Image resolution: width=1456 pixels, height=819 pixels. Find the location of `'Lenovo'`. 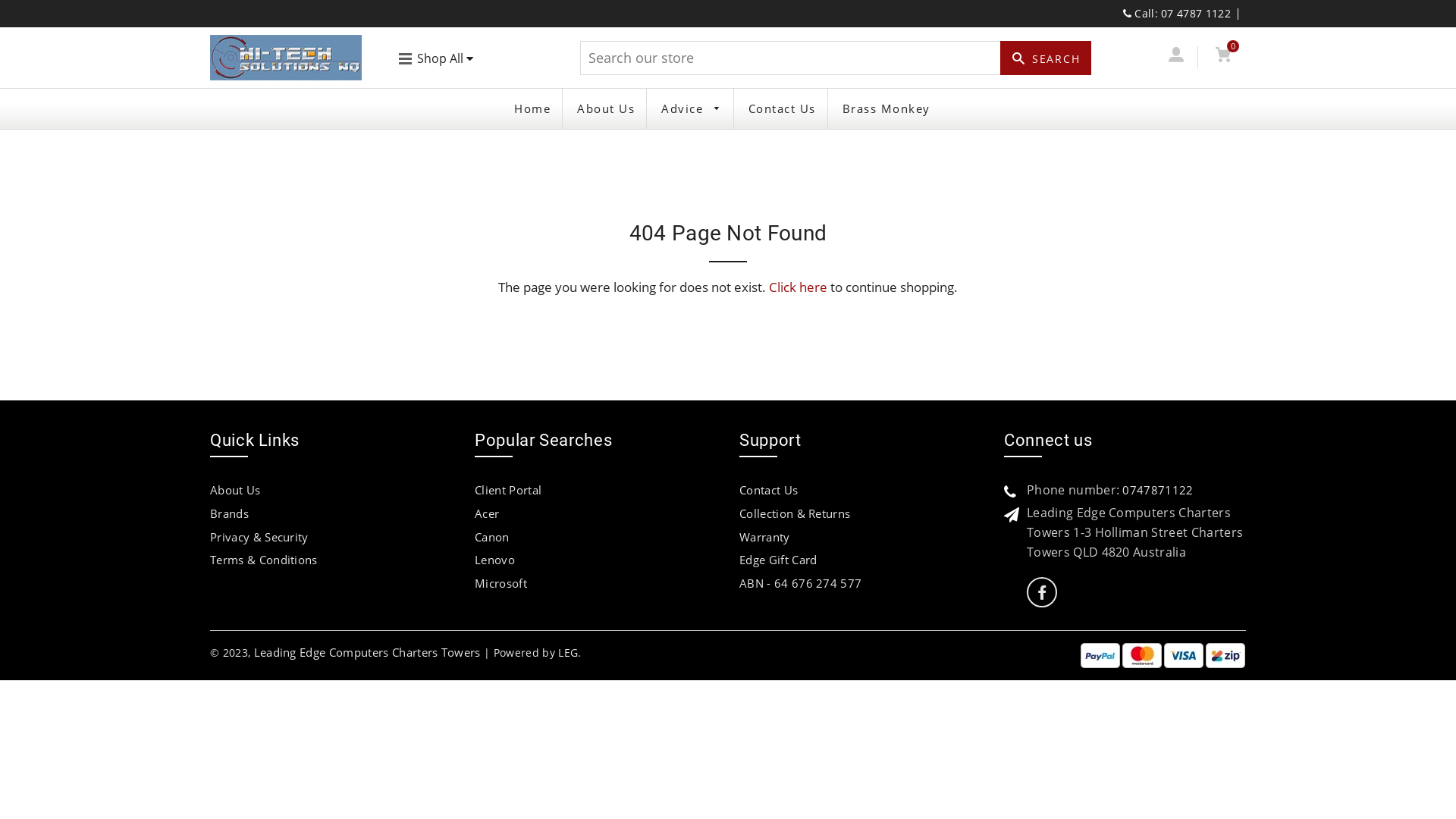

'Lenovo' is located at coordinates (494, 559).